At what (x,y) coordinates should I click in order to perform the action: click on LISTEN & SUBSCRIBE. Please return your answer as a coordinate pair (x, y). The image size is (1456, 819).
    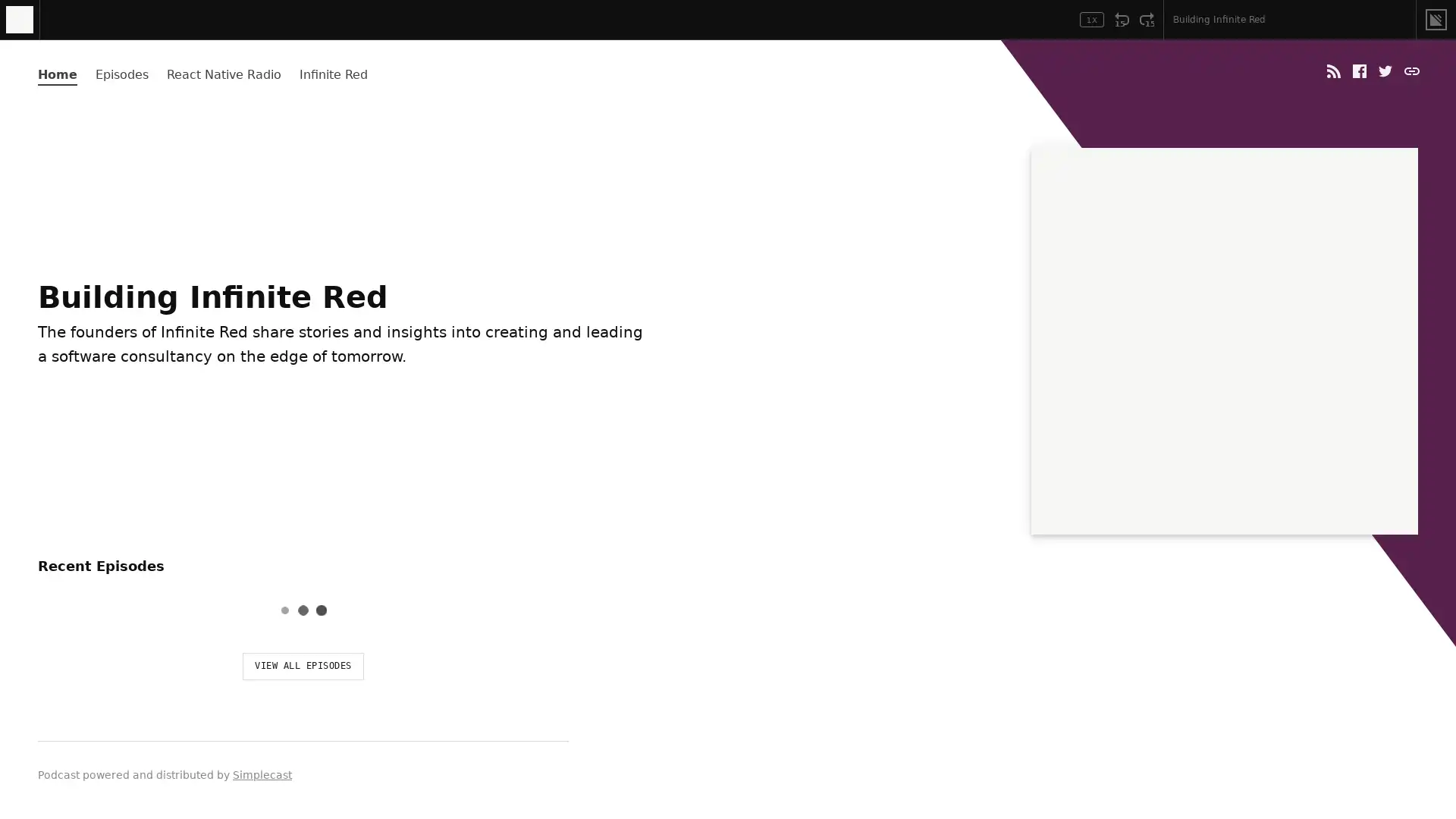
    Looking at the image, I should click on (219, 400).